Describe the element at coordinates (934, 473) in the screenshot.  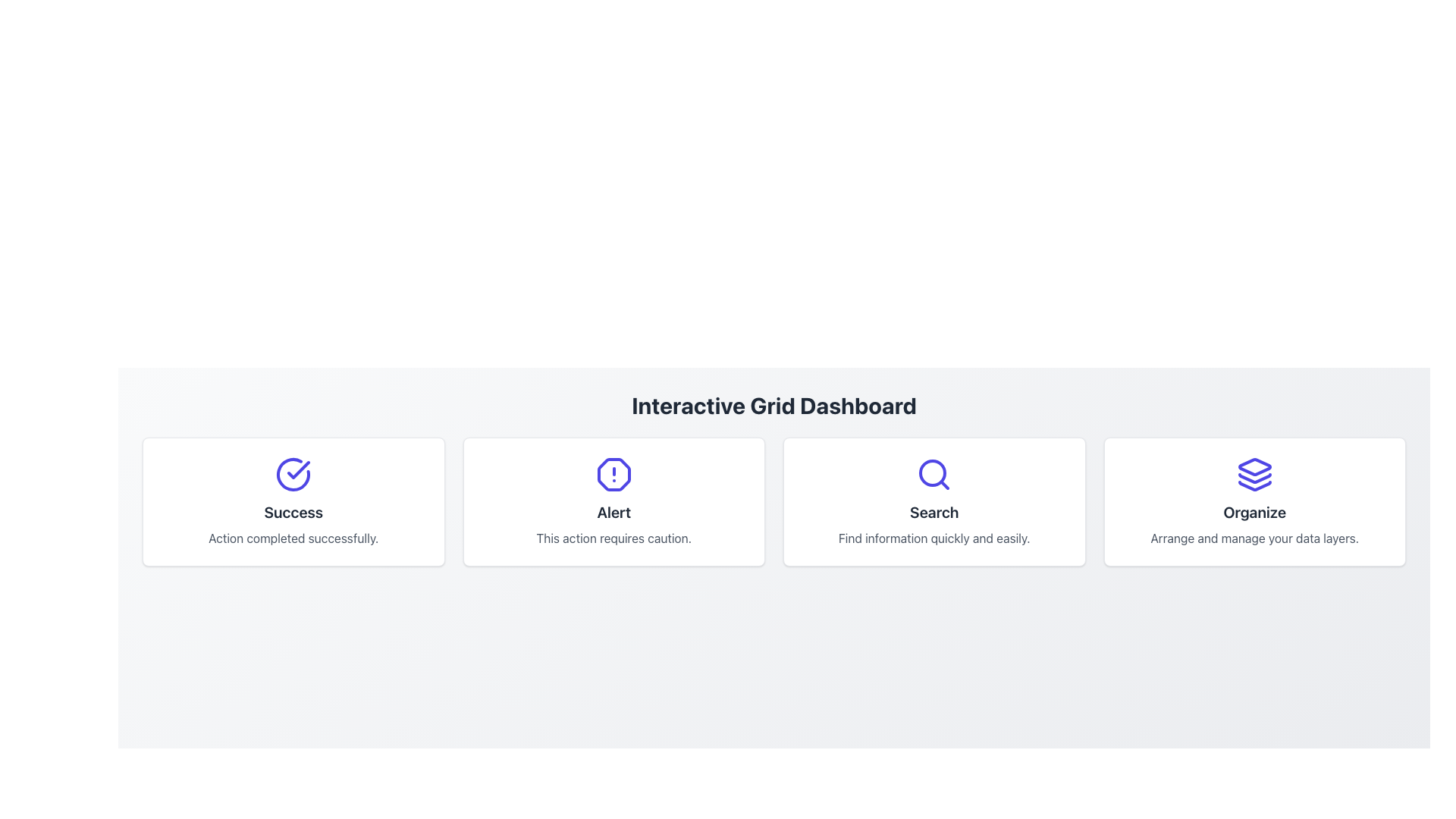
I see `the search icon located within the 'Search' card, which is the third card from the left in a row of four, positioned in the second column of the layout's grid` at that location.